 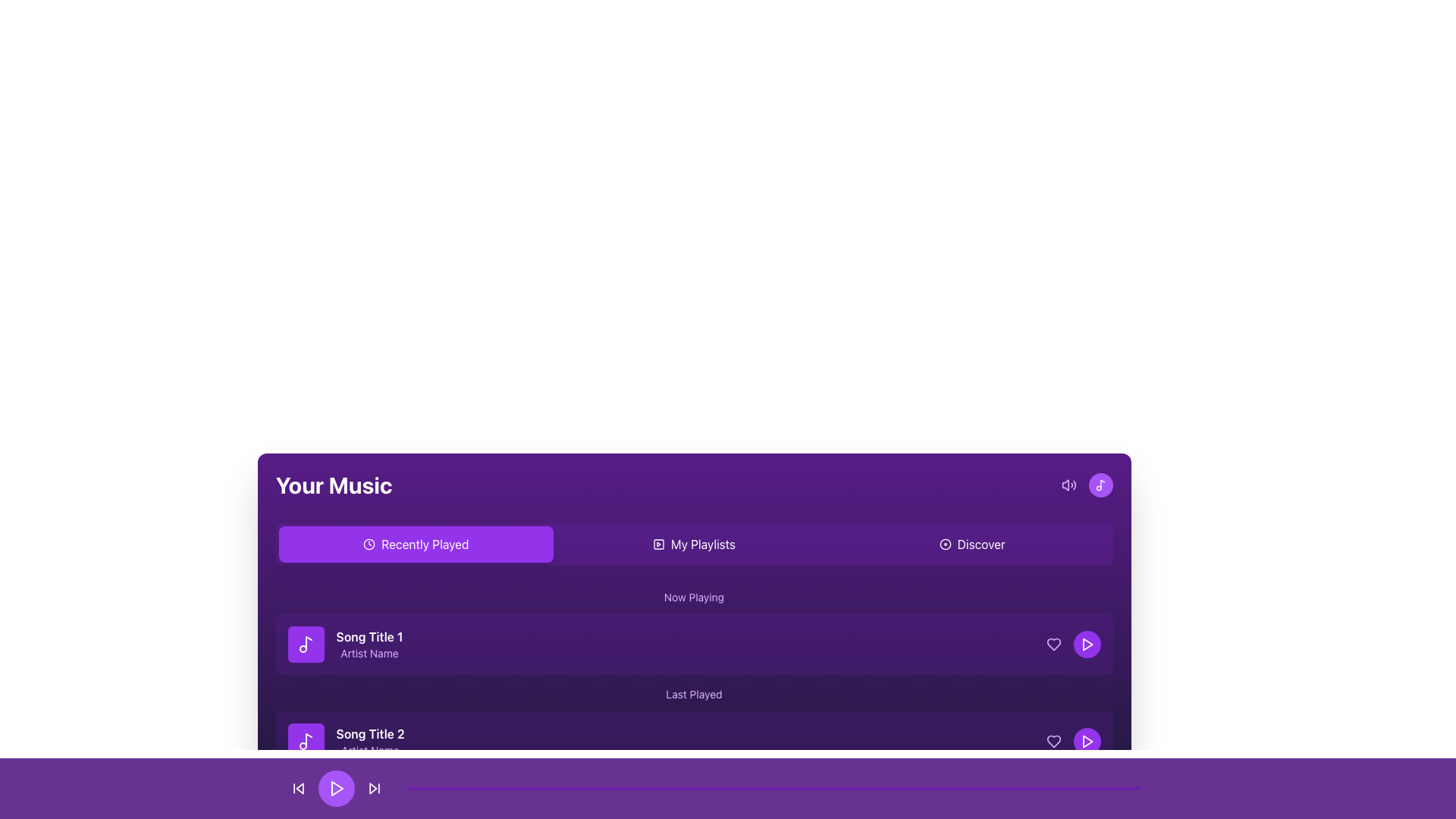 What do you see at coordinates (1068, 485) in the screenshot?
I see `the volume control icon located in the top right corner of the music interface header` at bounding box center [1068, 485].